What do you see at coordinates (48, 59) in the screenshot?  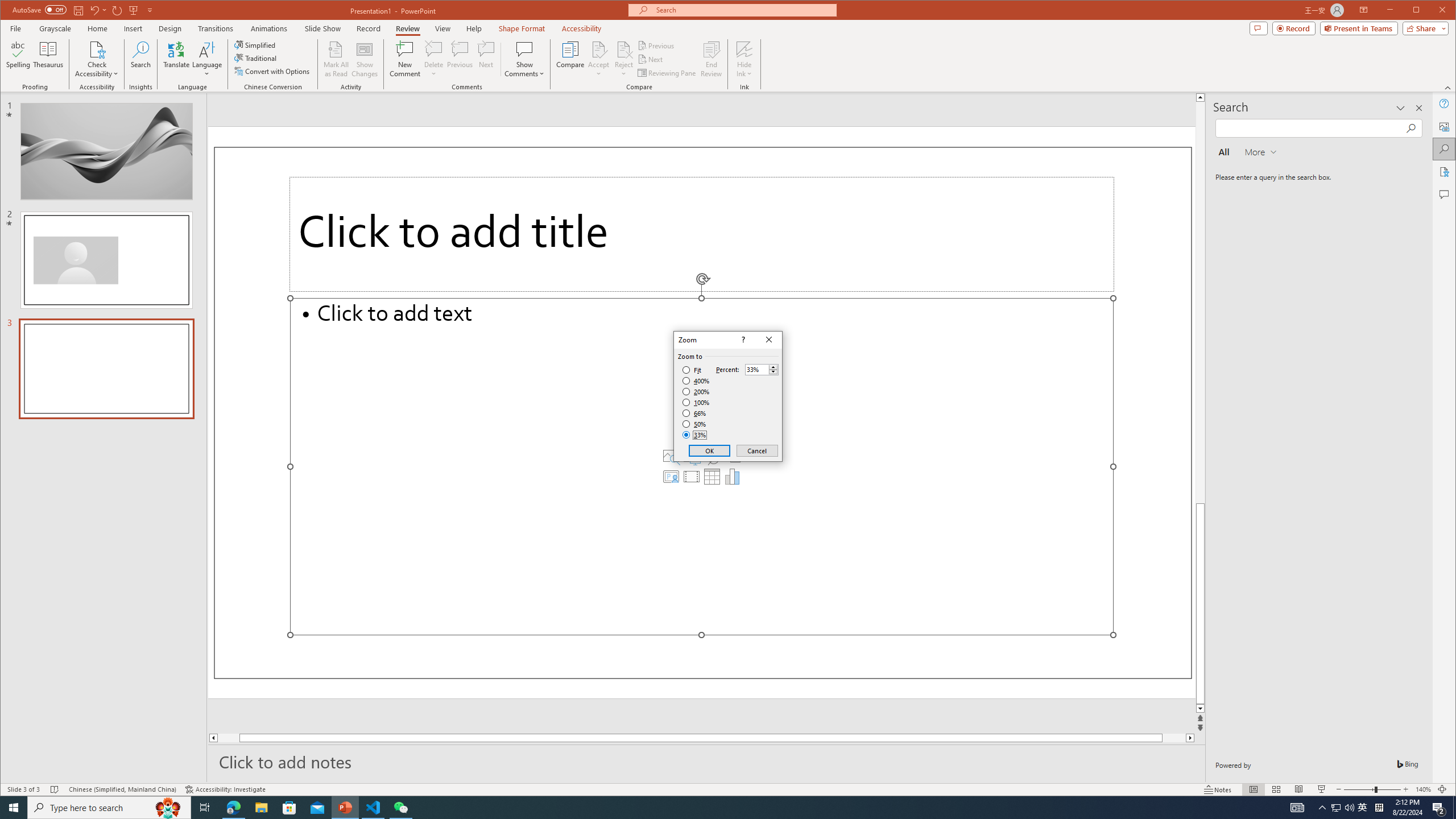 I see `'Thesaurus...'` at bounding box center [48, 59].